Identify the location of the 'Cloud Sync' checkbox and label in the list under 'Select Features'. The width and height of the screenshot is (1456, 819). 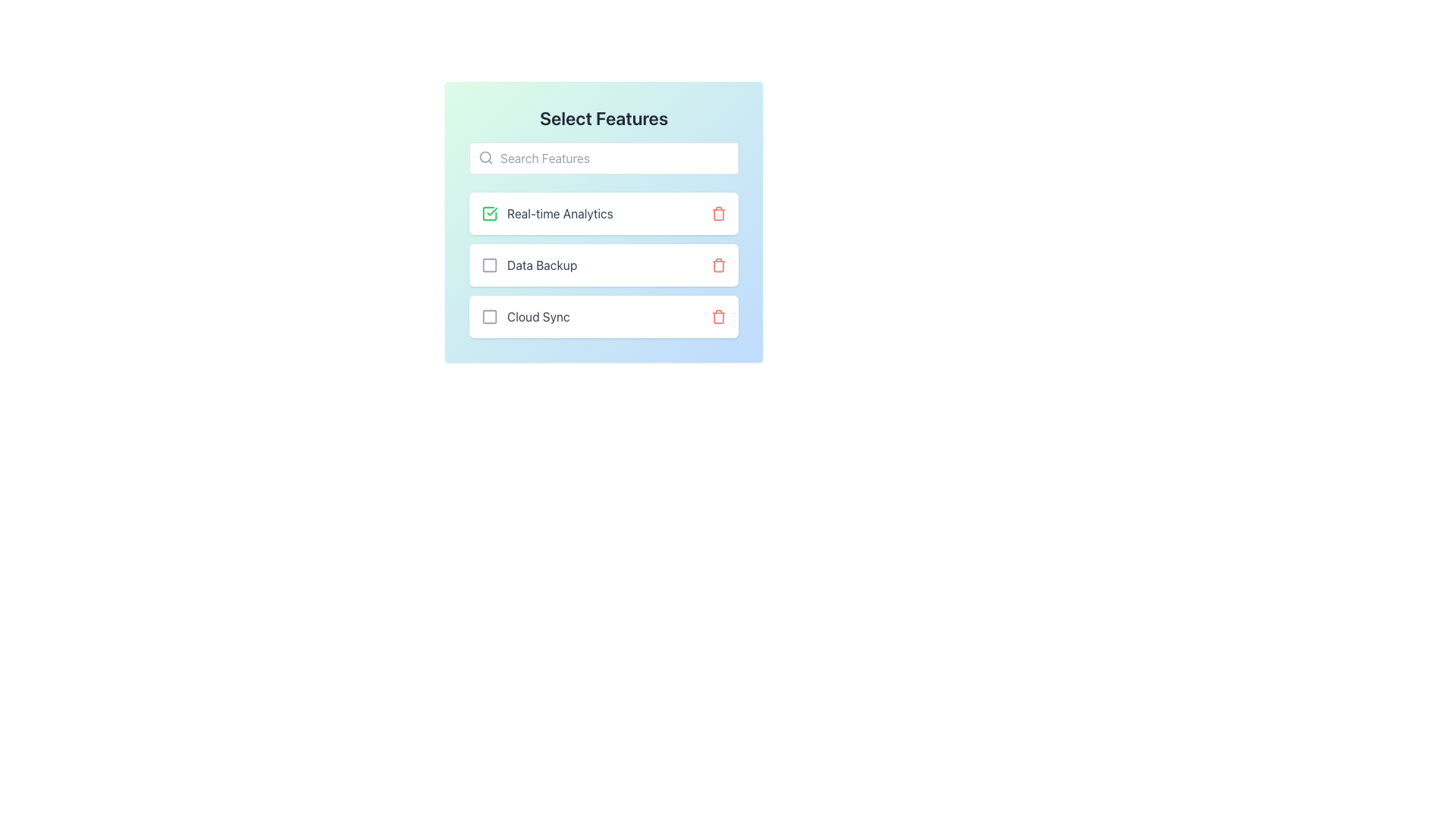
(526, 315).